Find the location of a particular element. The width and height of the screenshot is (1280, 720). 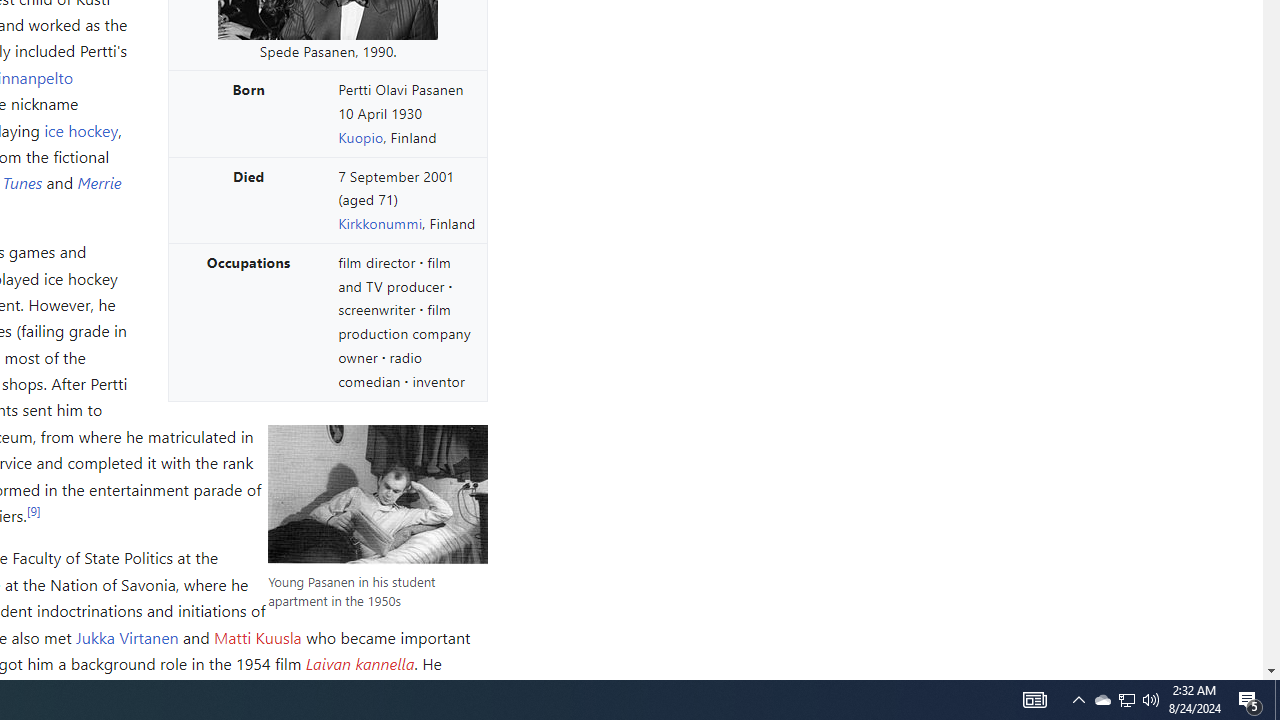

'Matti Kuusla' is located at coordinates (256, 636).